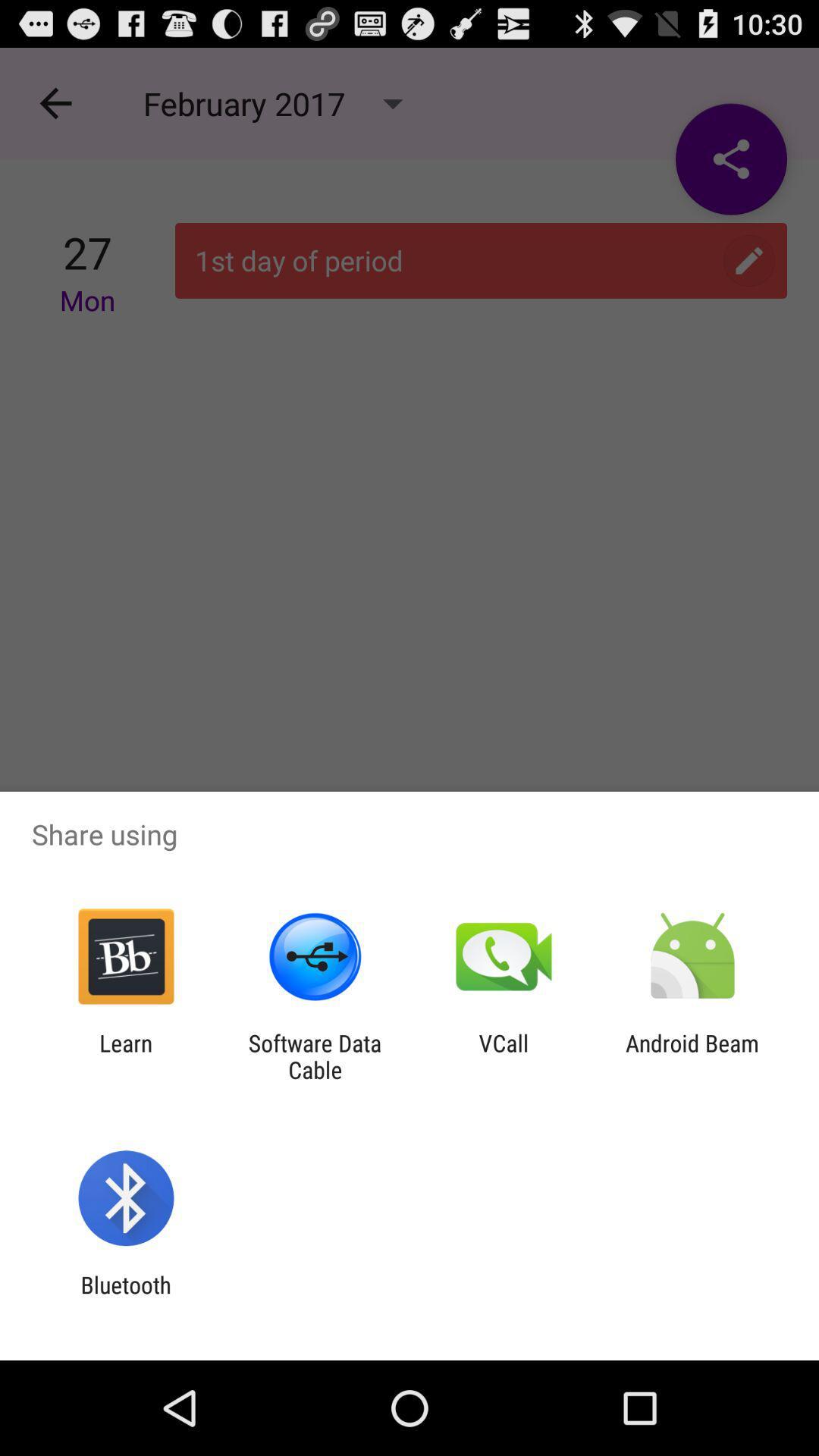 The image size is (819, 1456). Describe the element at coordinates (692, 1056) in the screenshot. I see `icon to the right of vcall icon` at that location.